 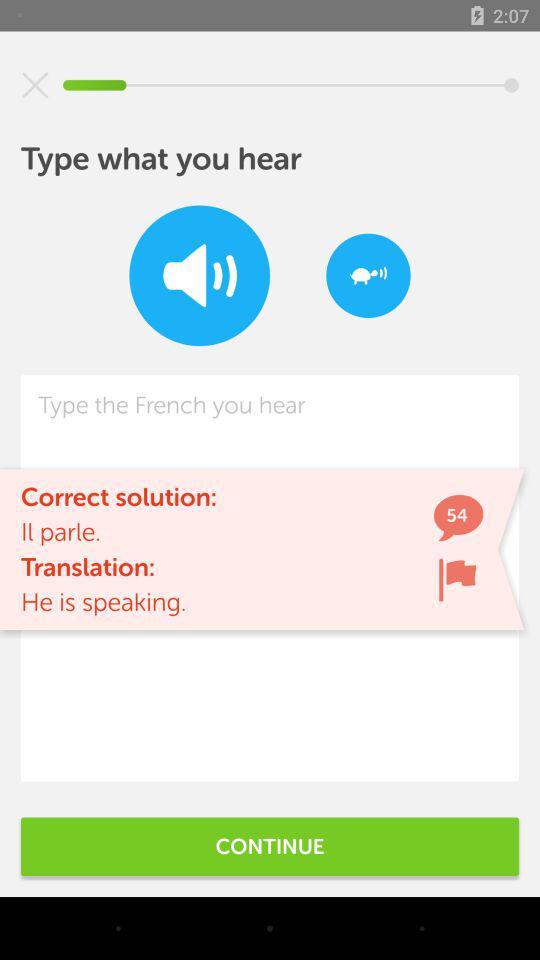 I want to click on the icon next to the he is speaking. item, so click(x=457, y=579).